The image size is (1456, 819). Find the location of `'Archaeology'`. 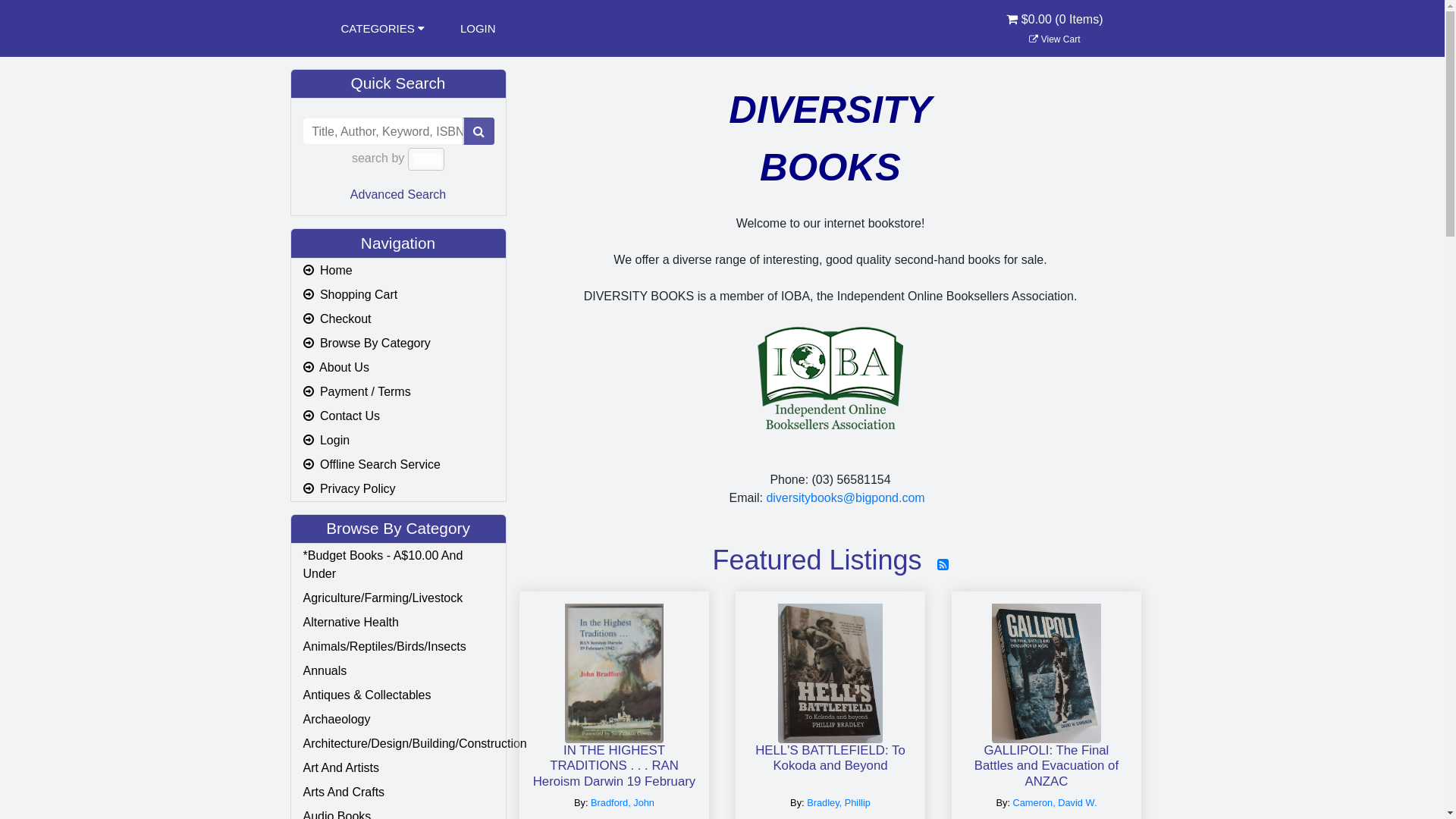

'Archaeology' is located at coordinates (398, 718).